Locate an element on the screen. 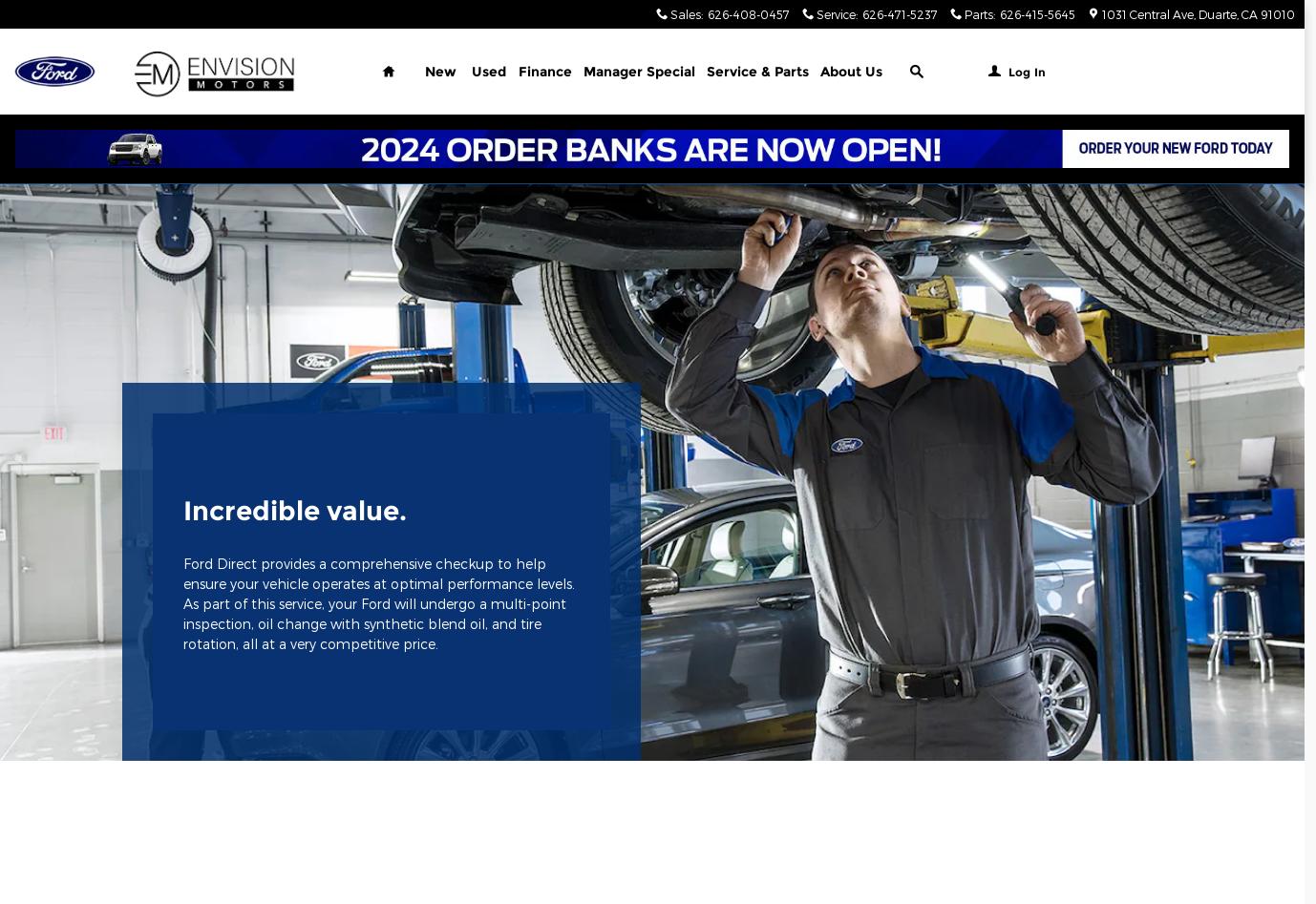 Image resolution: width=1316 pixels, height=904 pixels. '626-471-5237' is located at coordinates (899, 13).